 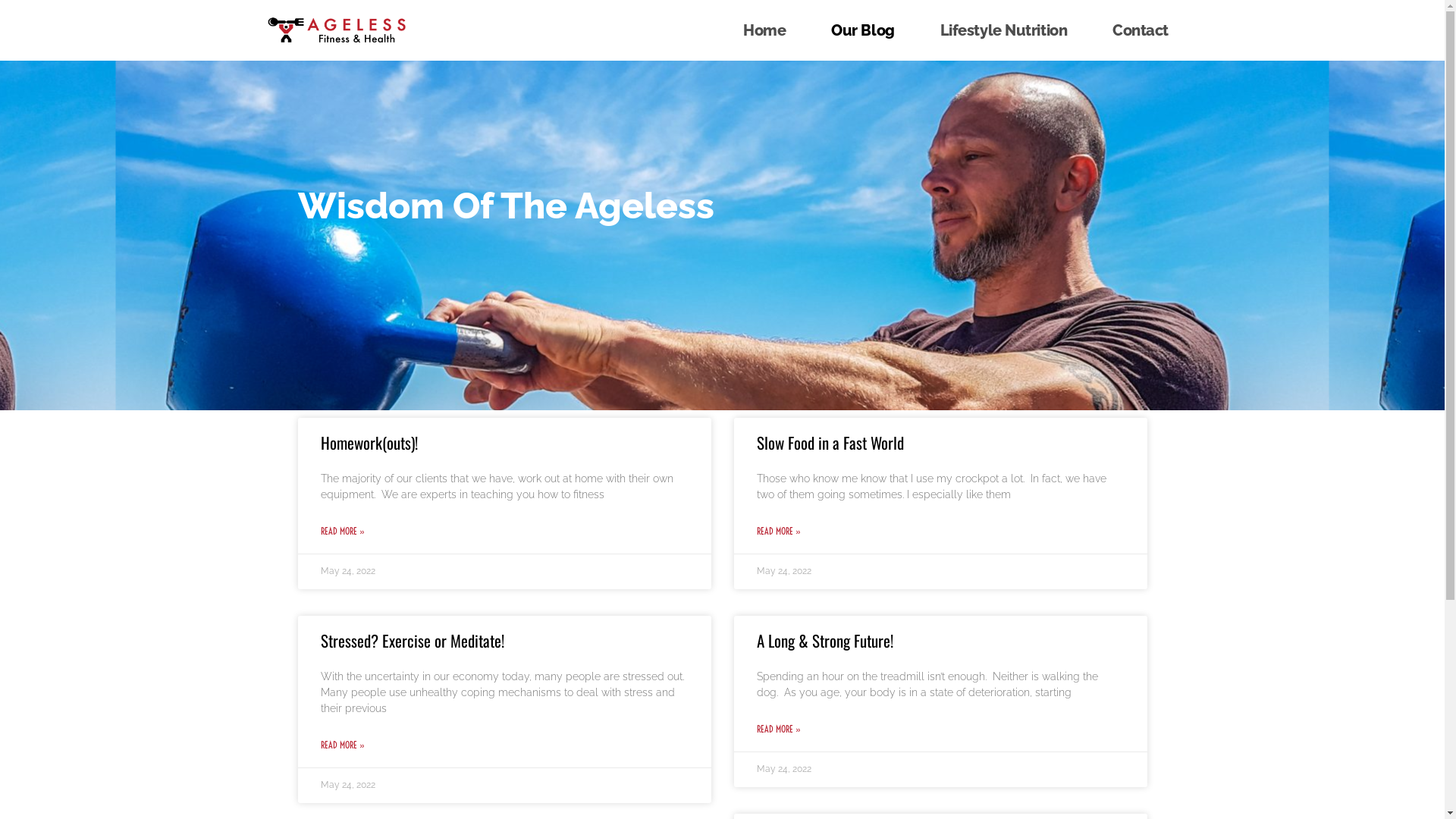 What do you see at coordinates (757, 442) in the screenshot?
I see `'Slow Food in a Fast World'` at bounding box center [757, 442].